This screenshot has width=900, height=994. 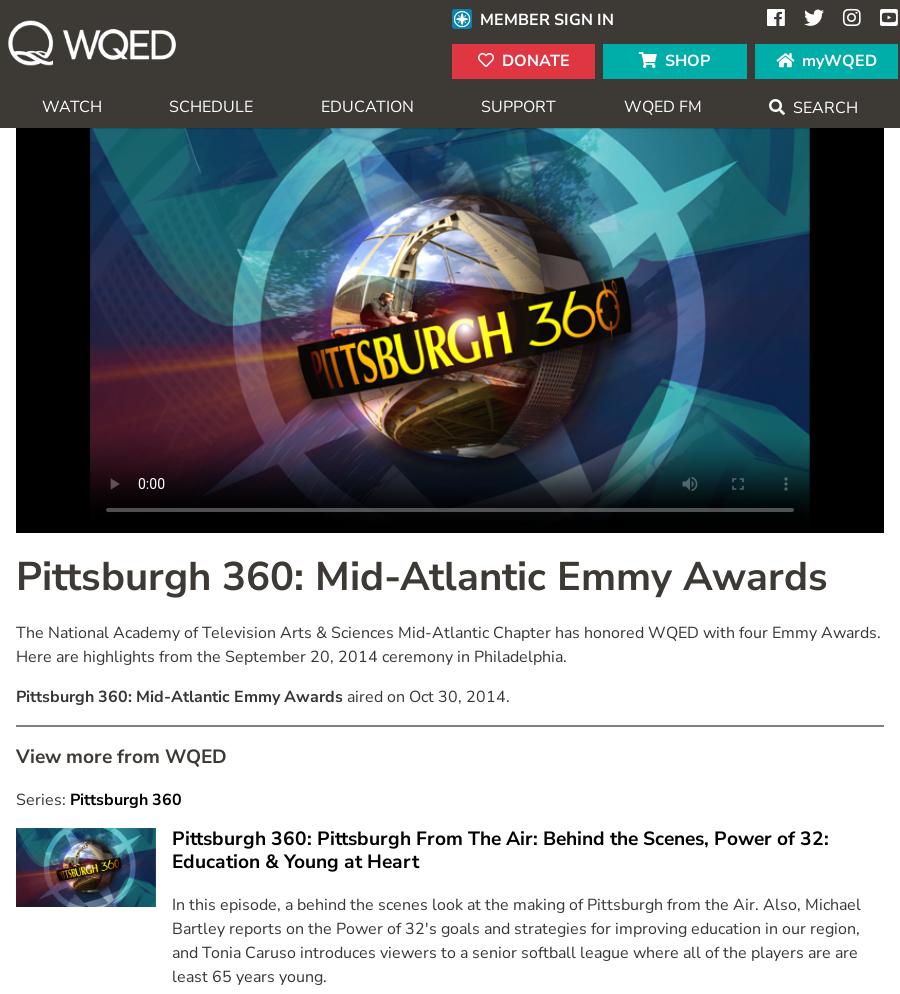 I want to click on 'Watch', so click(x=70, y=105).